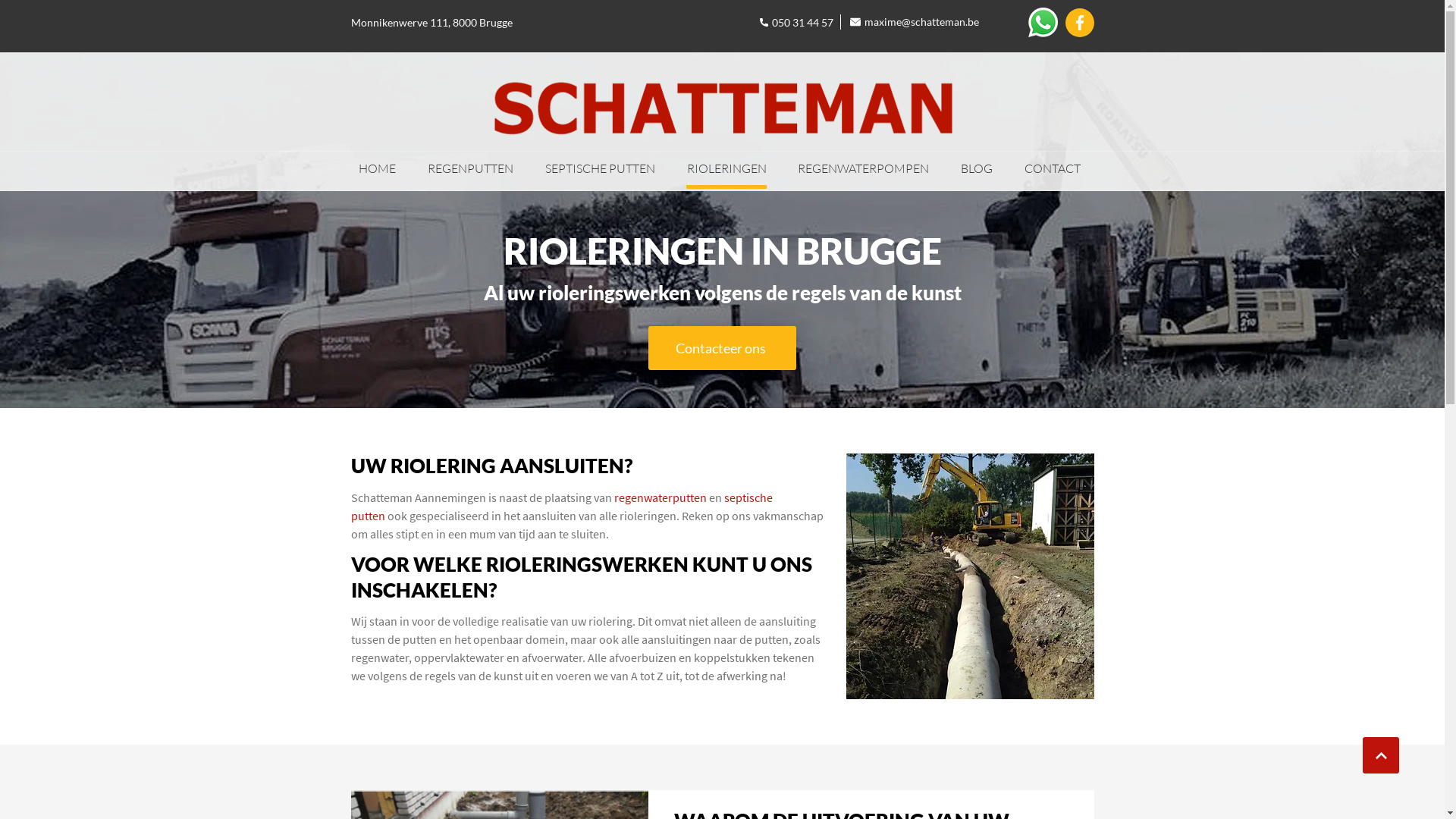 The image size is (1456, 819). I want to click on 'BLOG', so click(976, 170).